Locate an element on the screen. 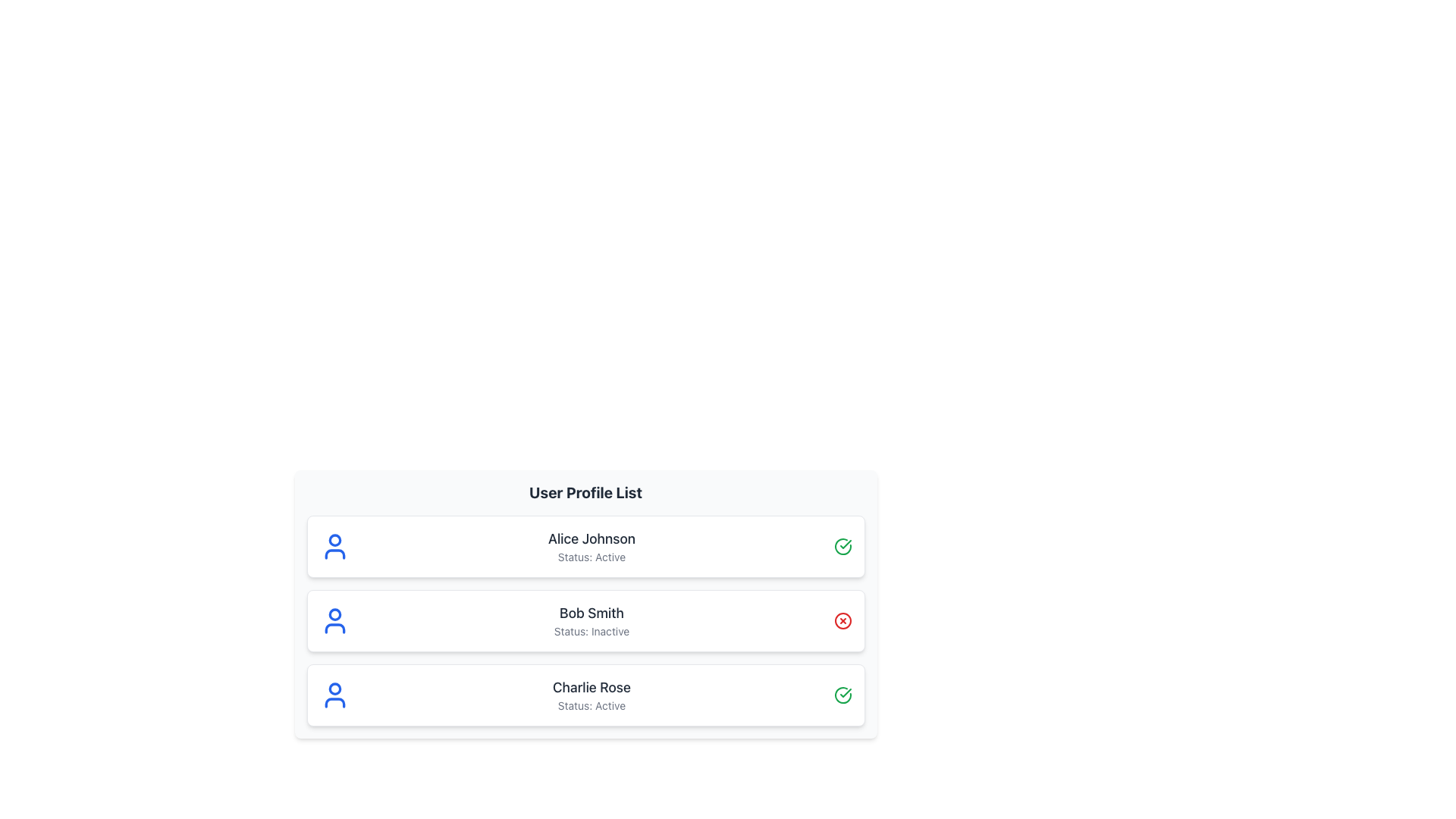  the SVG Circle Graphic element that represents the head in the user profile icon for 'Charlie Rose' located in the third profile row is located at coordinates (334, 689).